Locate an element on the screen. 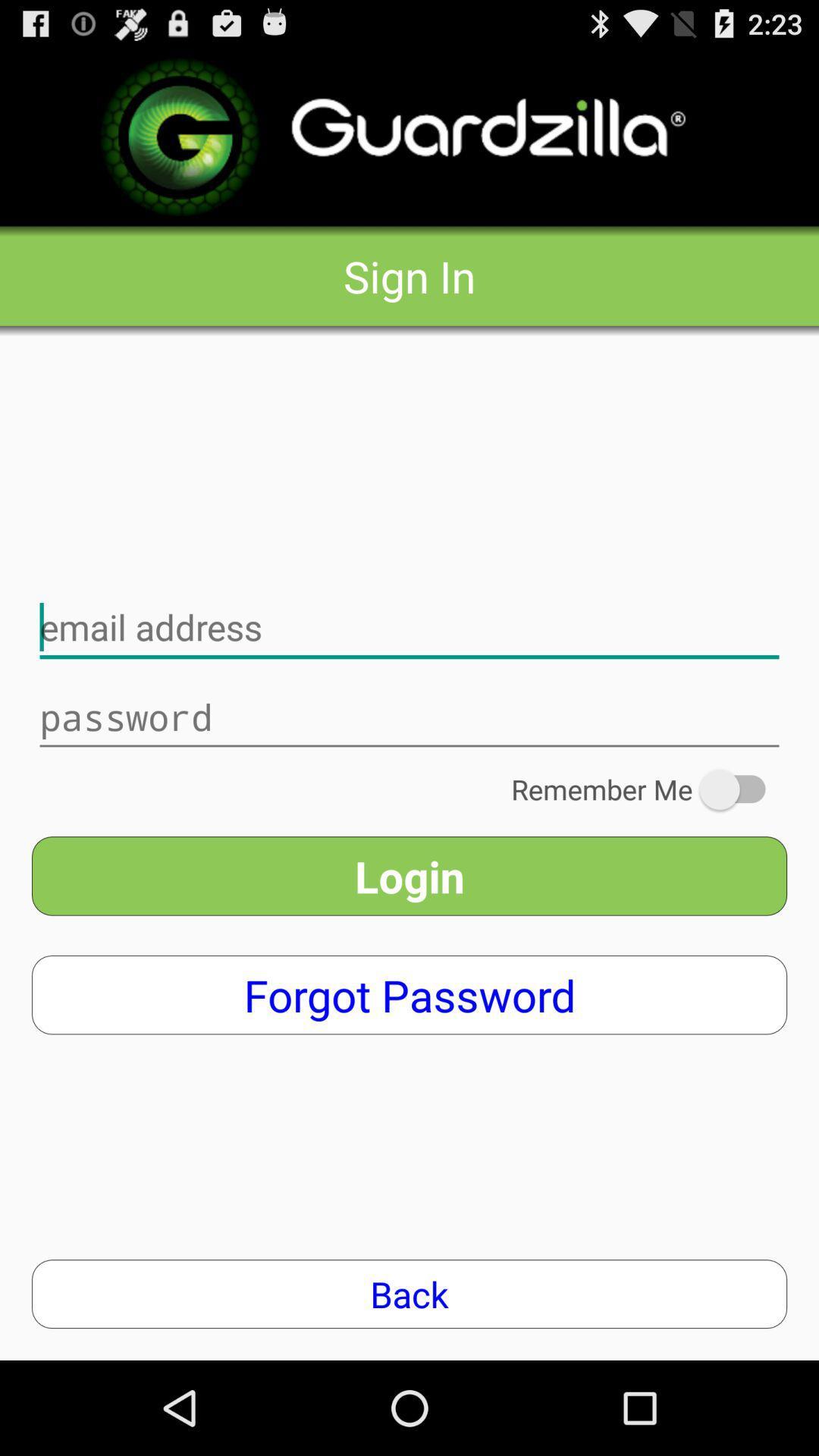  the app below forgot password is located at coordinates (409, 1293).